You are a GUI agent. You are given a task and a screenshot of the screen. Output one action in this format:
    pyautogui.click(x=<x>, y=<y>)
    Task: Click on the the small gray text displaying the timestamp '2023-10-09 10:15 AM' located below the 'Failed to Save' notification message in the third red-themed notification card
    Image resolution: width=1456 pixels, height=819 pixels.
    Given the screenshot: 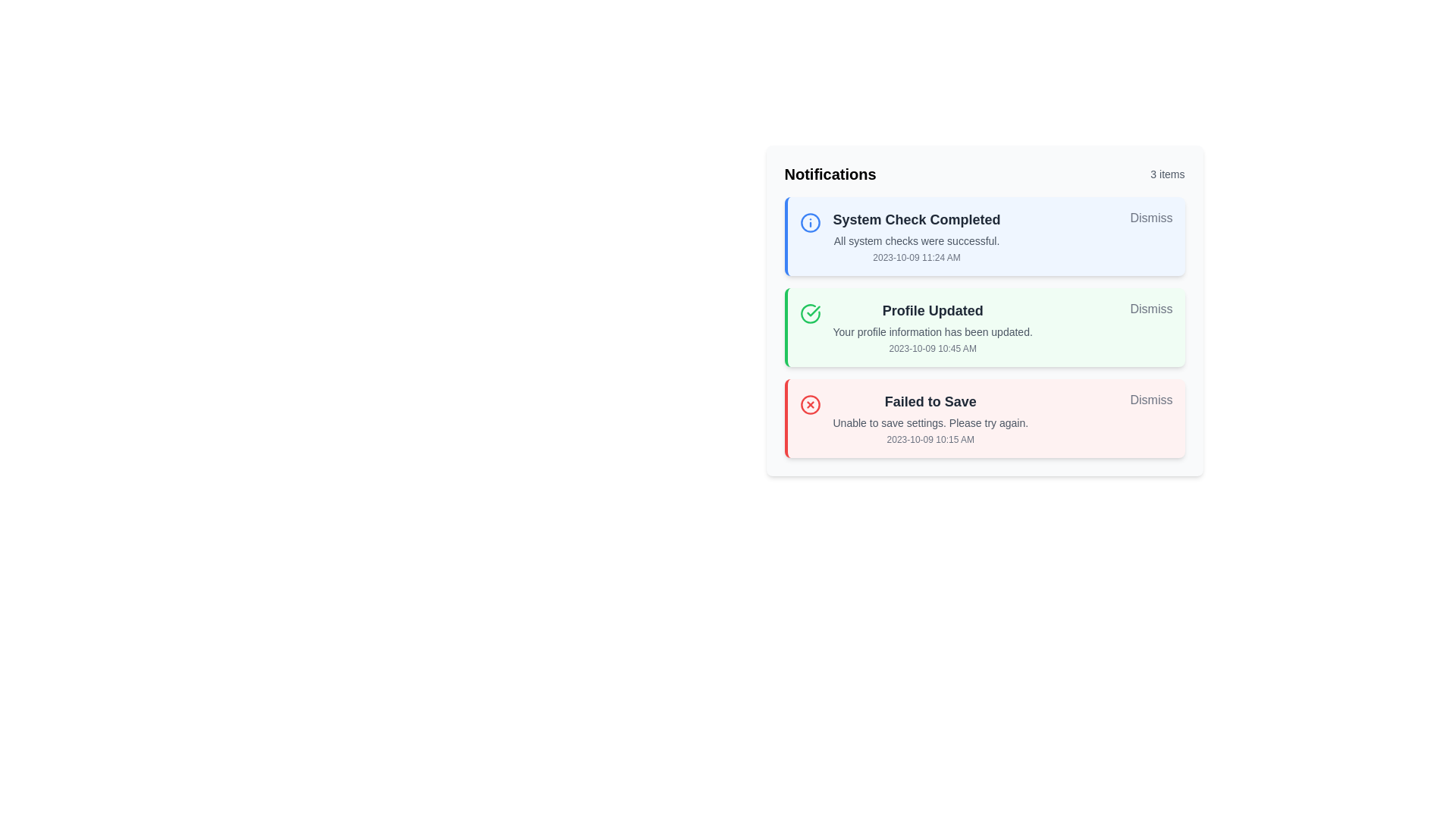 What is the action you would take?
    pyautogui.click(x=930, y=439)
    